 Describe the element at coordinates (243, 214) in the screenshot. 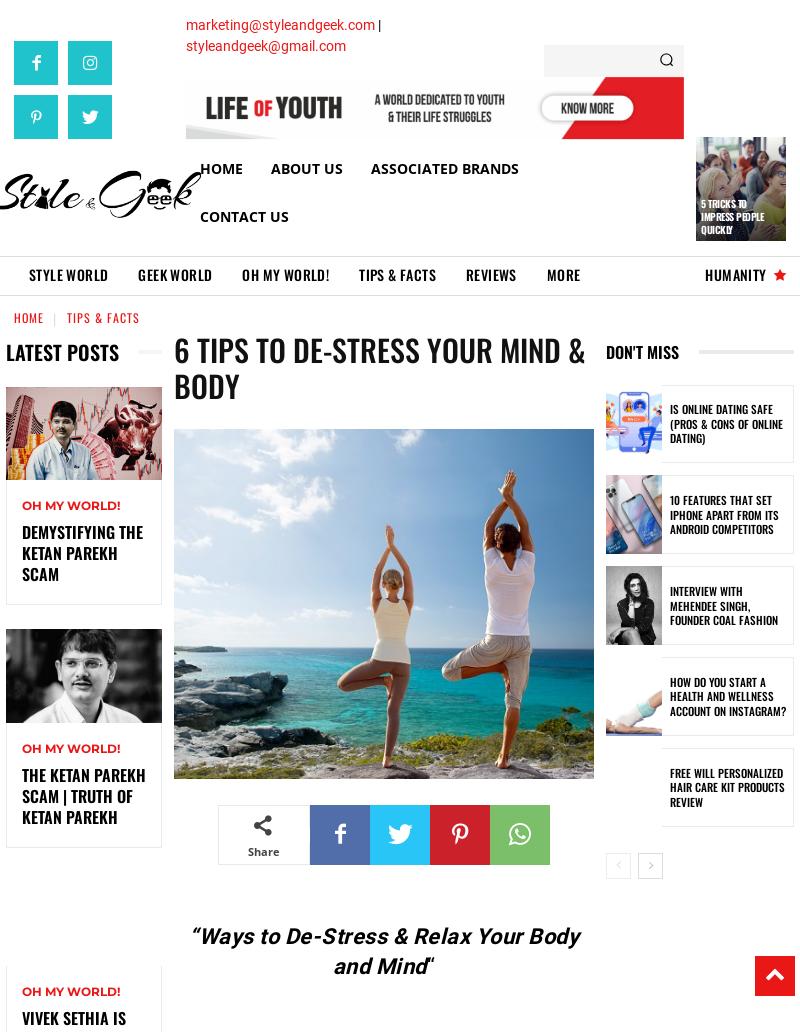

I see `'Contact Us'` at that location.